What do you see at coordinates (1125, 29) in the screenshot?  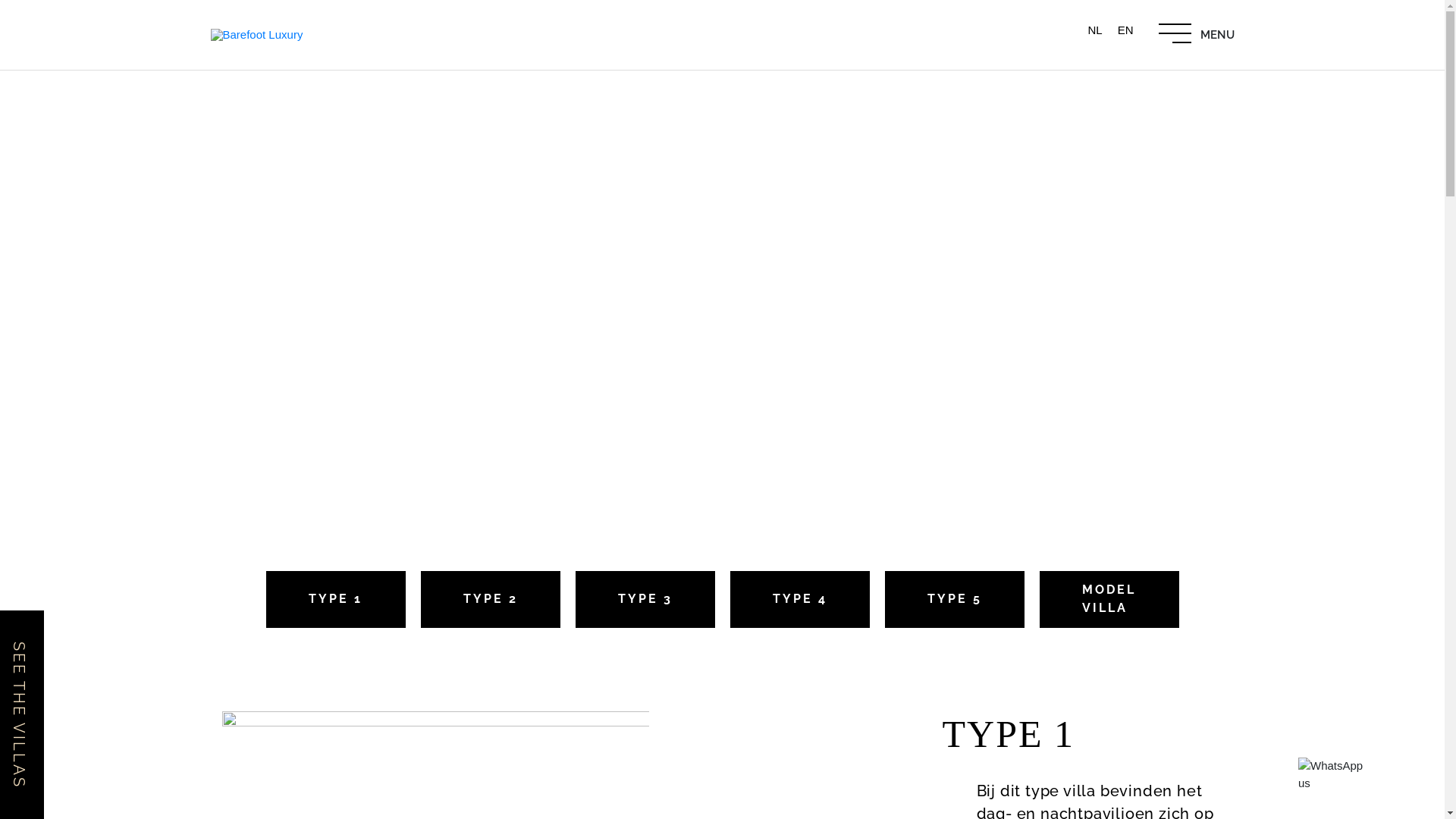 I see `'EN'` at bounding box center [1125, 29].